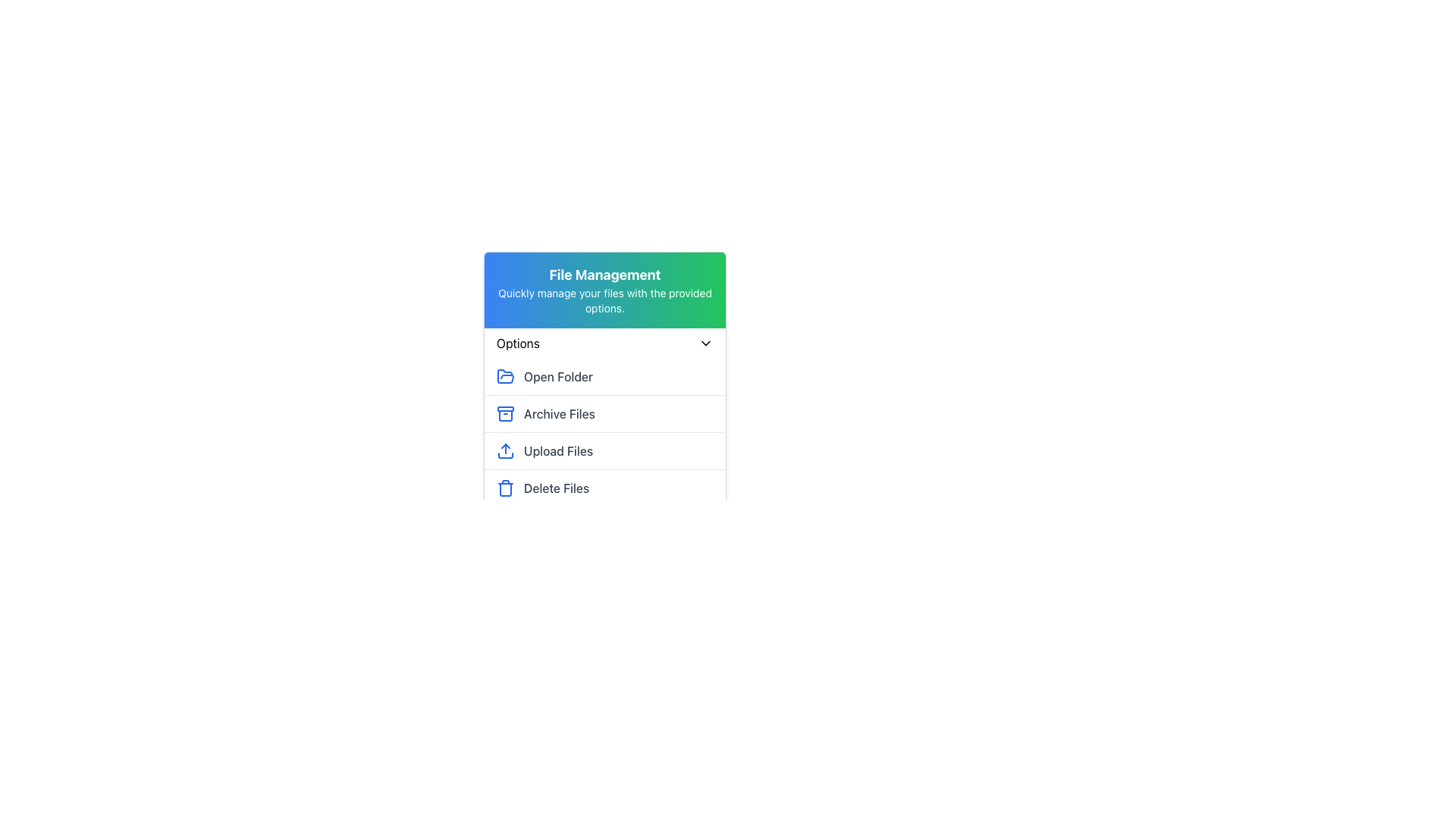 This screenshot has height=819, width=1456. Describe the element at coordinates (506, 375) in the screenshot. I see `the 'Open Folder' icon located in the 'Options' section of the file management interface` at that location.